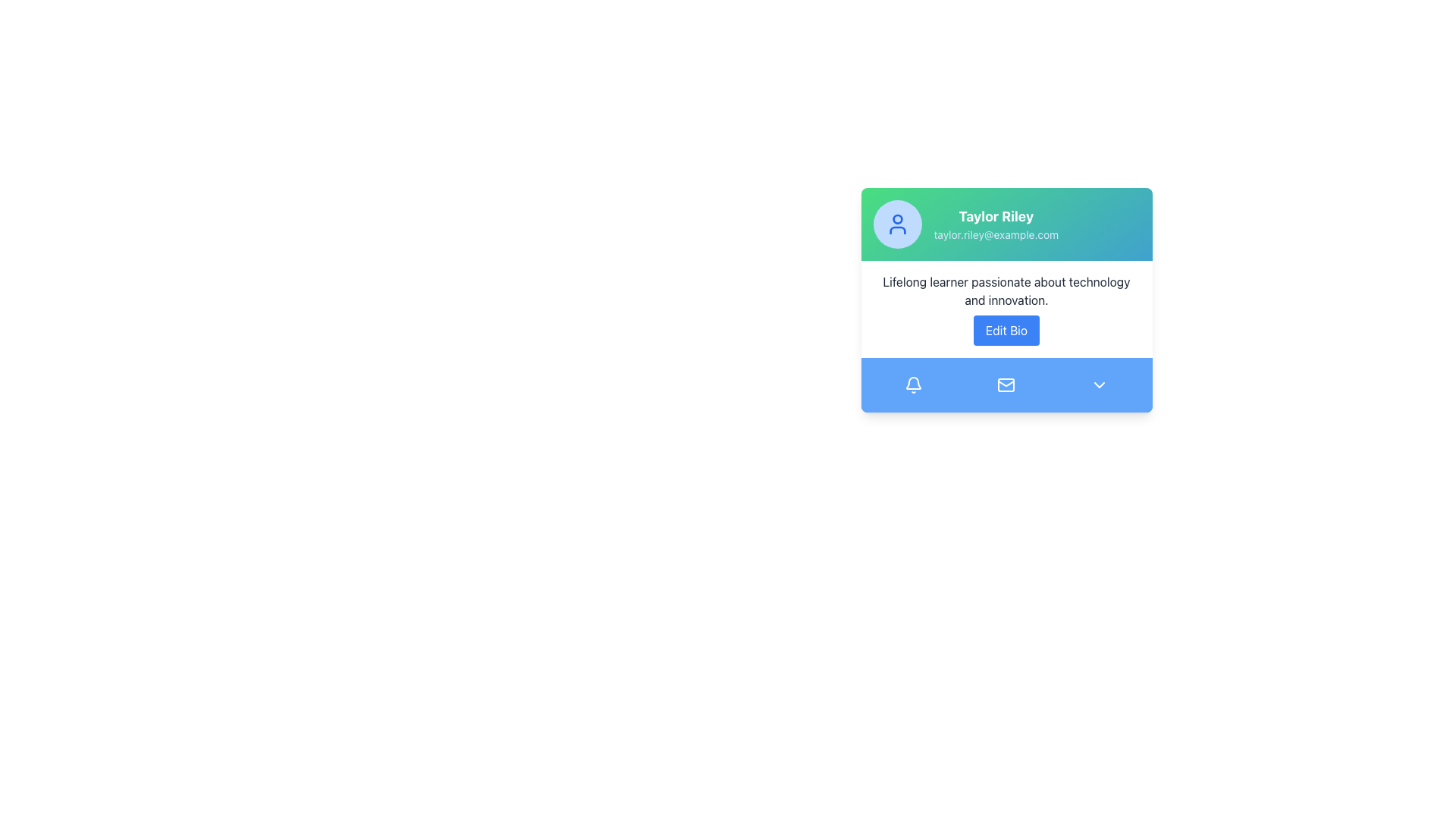 This screenshot has height=819, width=1456. Describe the element at coordinates (1006, 329) in the screenshot. I see `the 'Edit Bio' button, which has white text on a blue background and is located at the bottom of the profile information card` at that location.